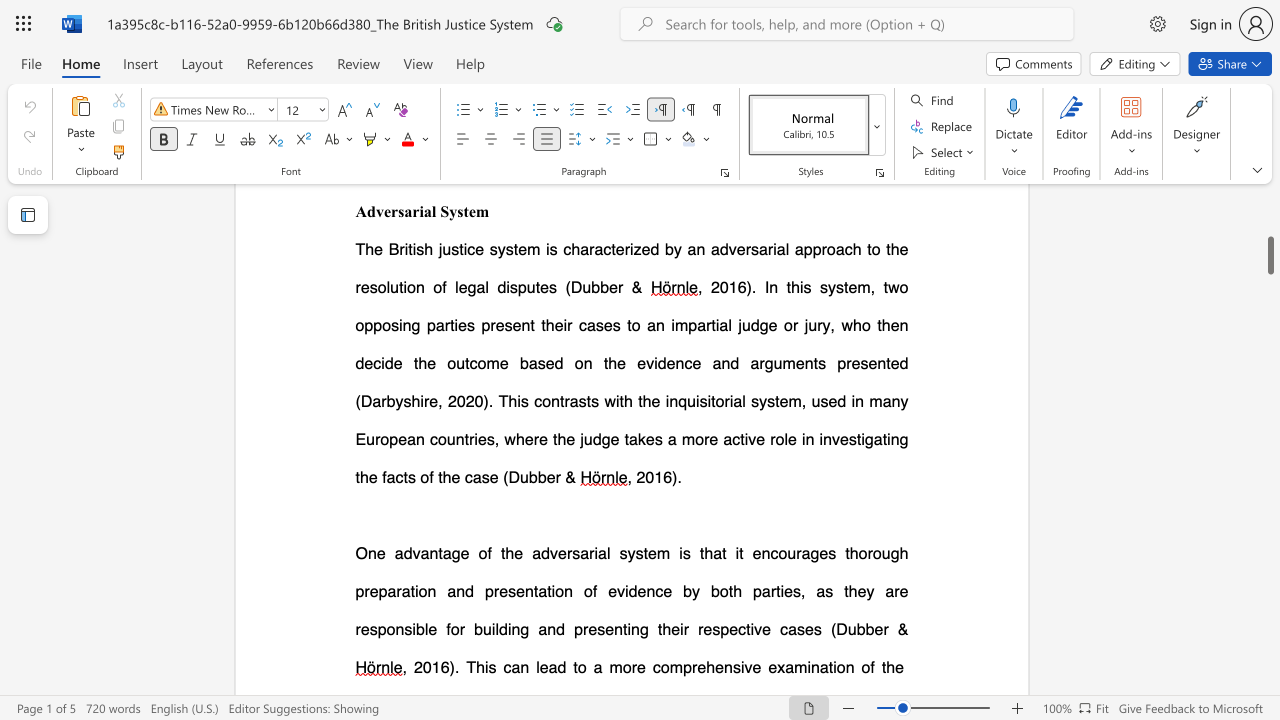 The width and height of the screenshot is (1280, 720). I want to click on the 8th character "e" in the text, so click(569, 438).